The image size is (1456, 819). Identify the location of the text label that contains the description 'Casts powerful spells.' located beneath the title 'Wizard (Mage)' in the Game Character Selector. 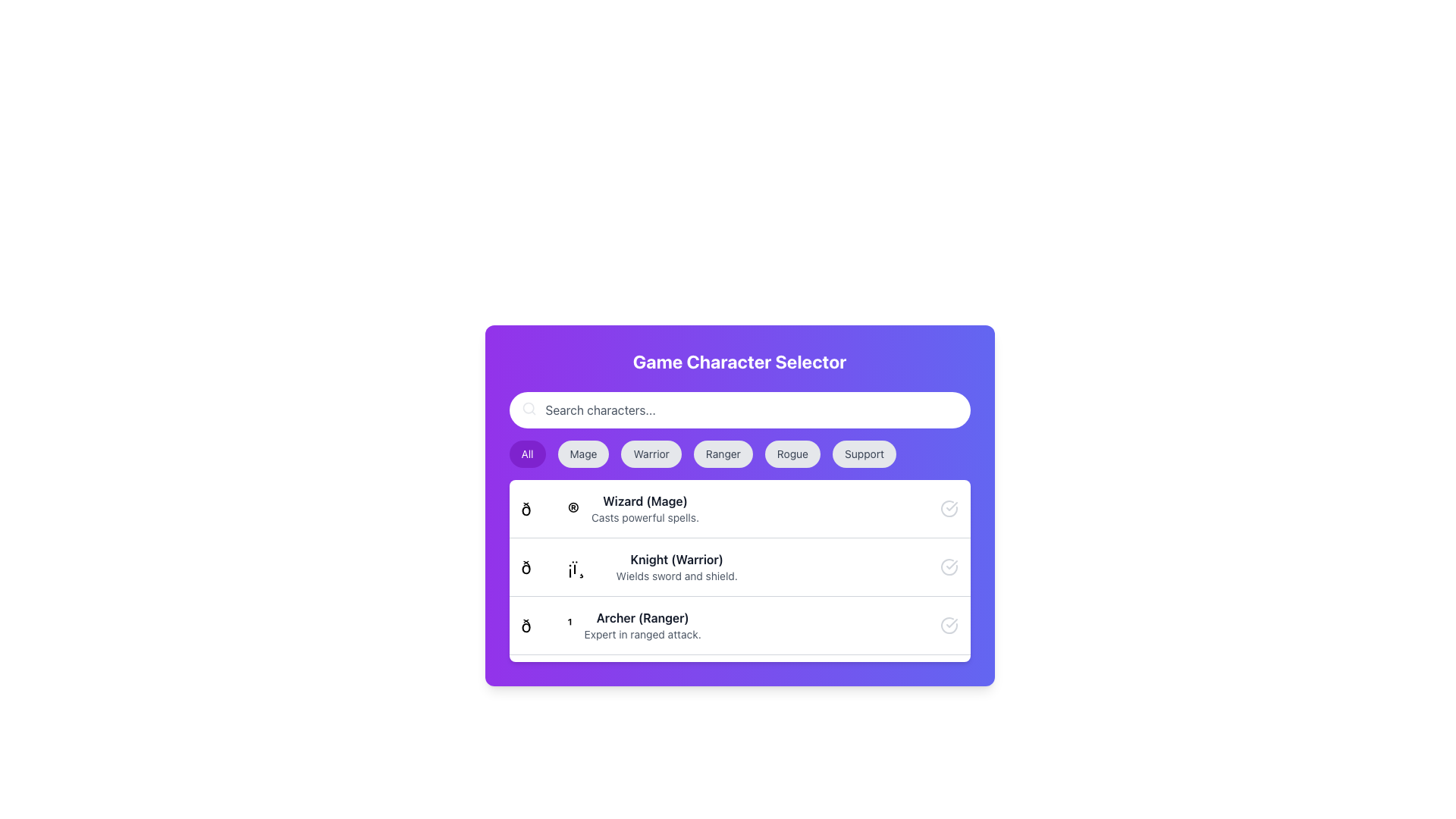
(645, 516).